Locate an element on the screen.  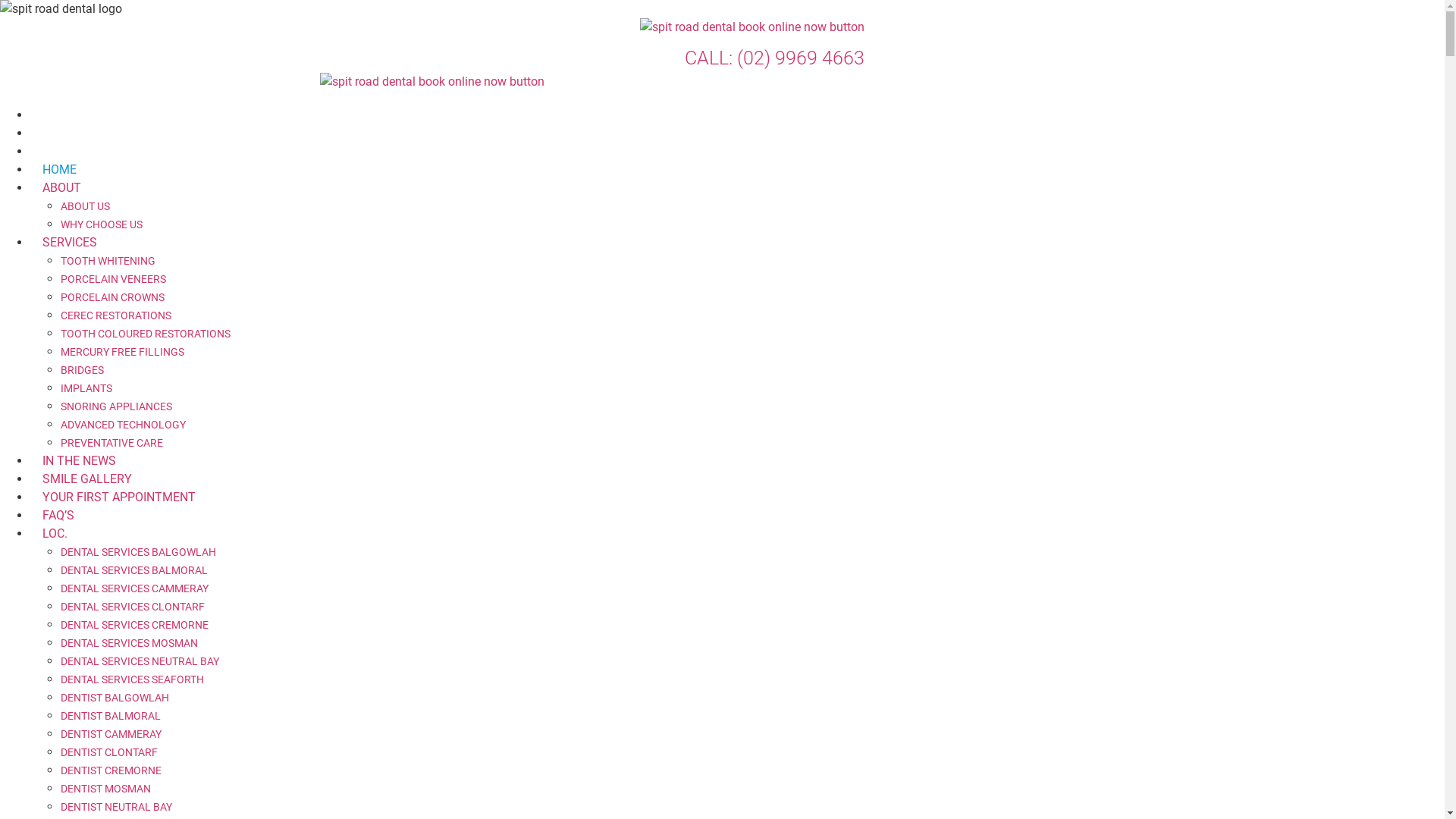
'DENTAL SERVICES SEAFORTH' is located at coordinates (132, 678).